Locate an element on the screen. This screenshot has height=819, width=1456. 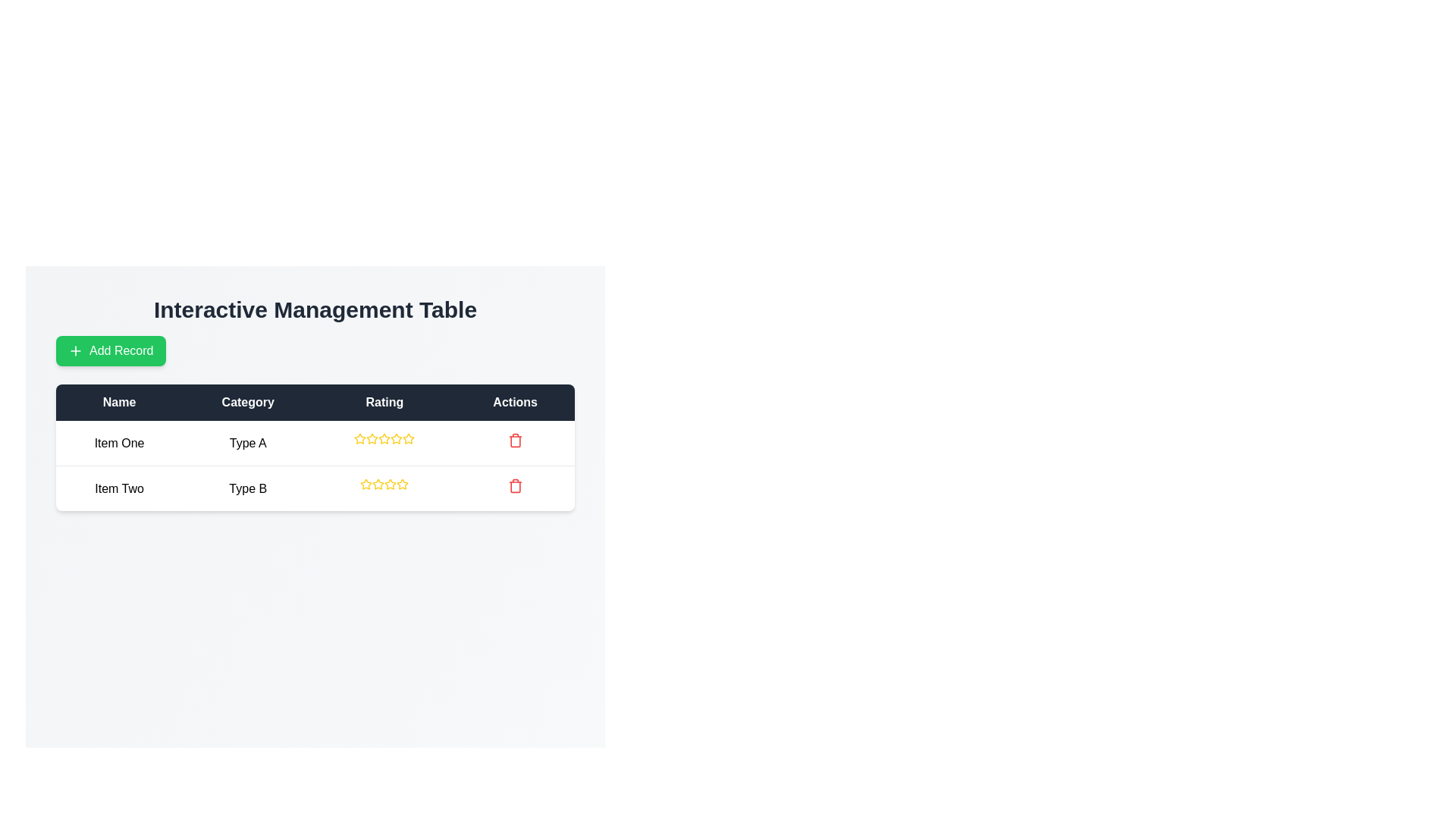
the star icons in the Rating component of the first row for 'Item One' categorized as 'Type A' is located at coordinates (384, 438).